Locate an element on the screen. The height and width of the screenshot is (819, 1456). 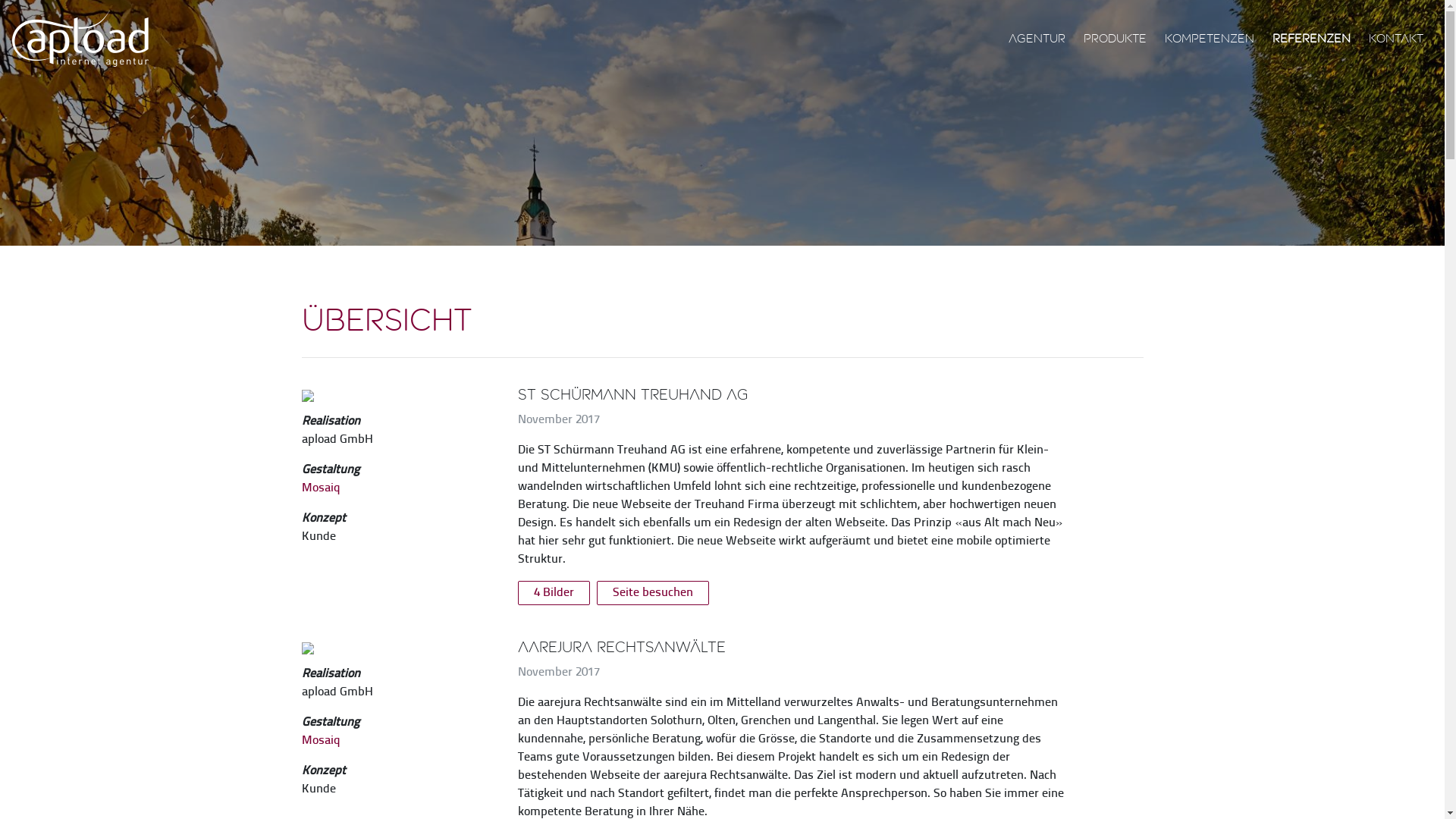
'Kompetenzen' is located at coordinates (1208, 38).